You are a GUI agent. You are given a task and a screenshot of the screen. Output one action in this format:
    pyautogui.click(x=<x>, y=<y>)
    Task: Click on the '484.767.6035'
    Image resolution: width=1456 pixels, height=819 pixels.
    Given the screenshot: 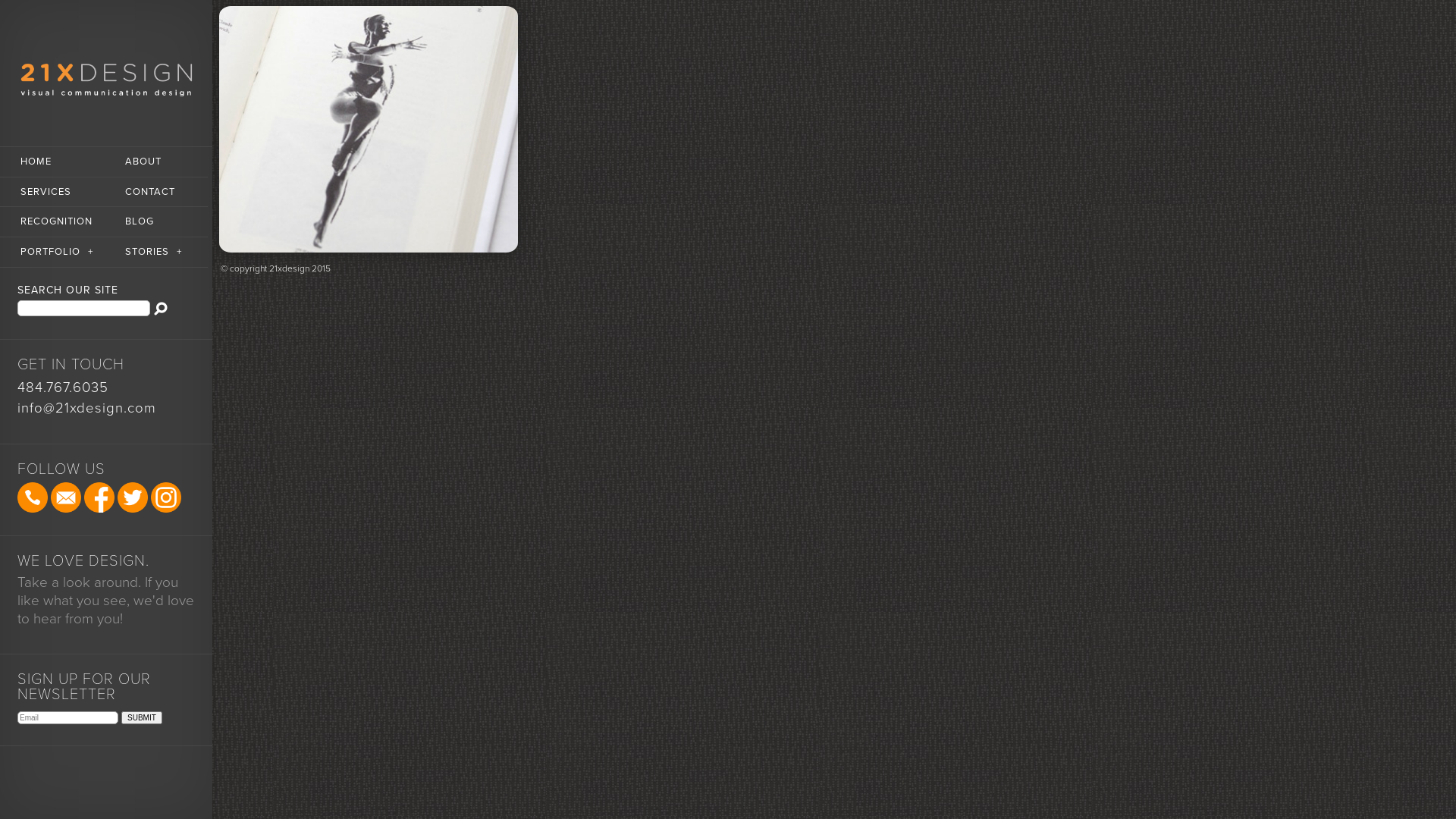 What is the action you would take?
    pyautogui.click(x=61, y=386)
    